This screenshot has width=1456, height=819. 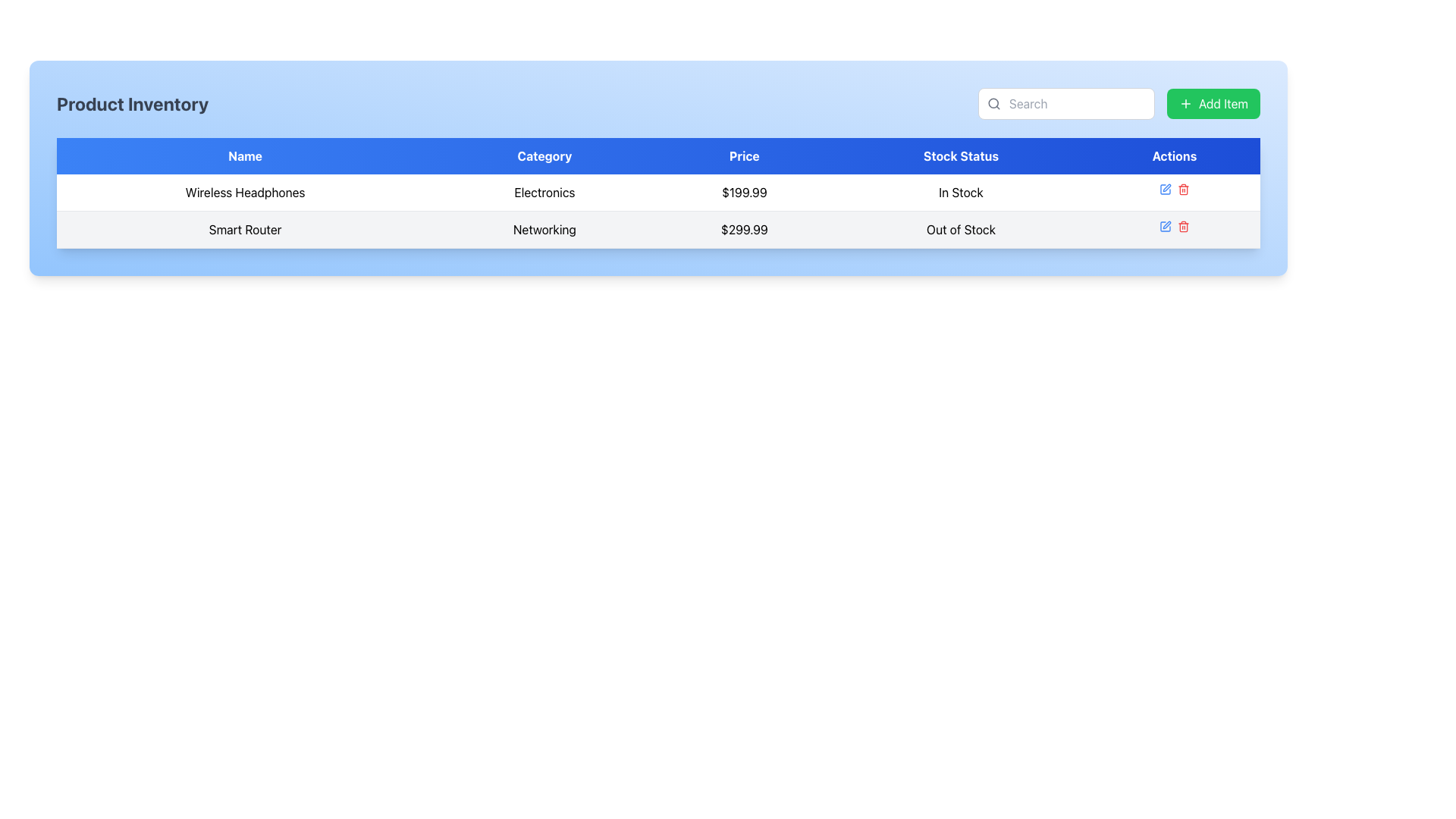 I want to click on the static label element that displays the text 'Price', which is styled in white on a blue background and is the third column header in the table, located between 'Category' and 'Stock Status', so click(x=744, y=155).